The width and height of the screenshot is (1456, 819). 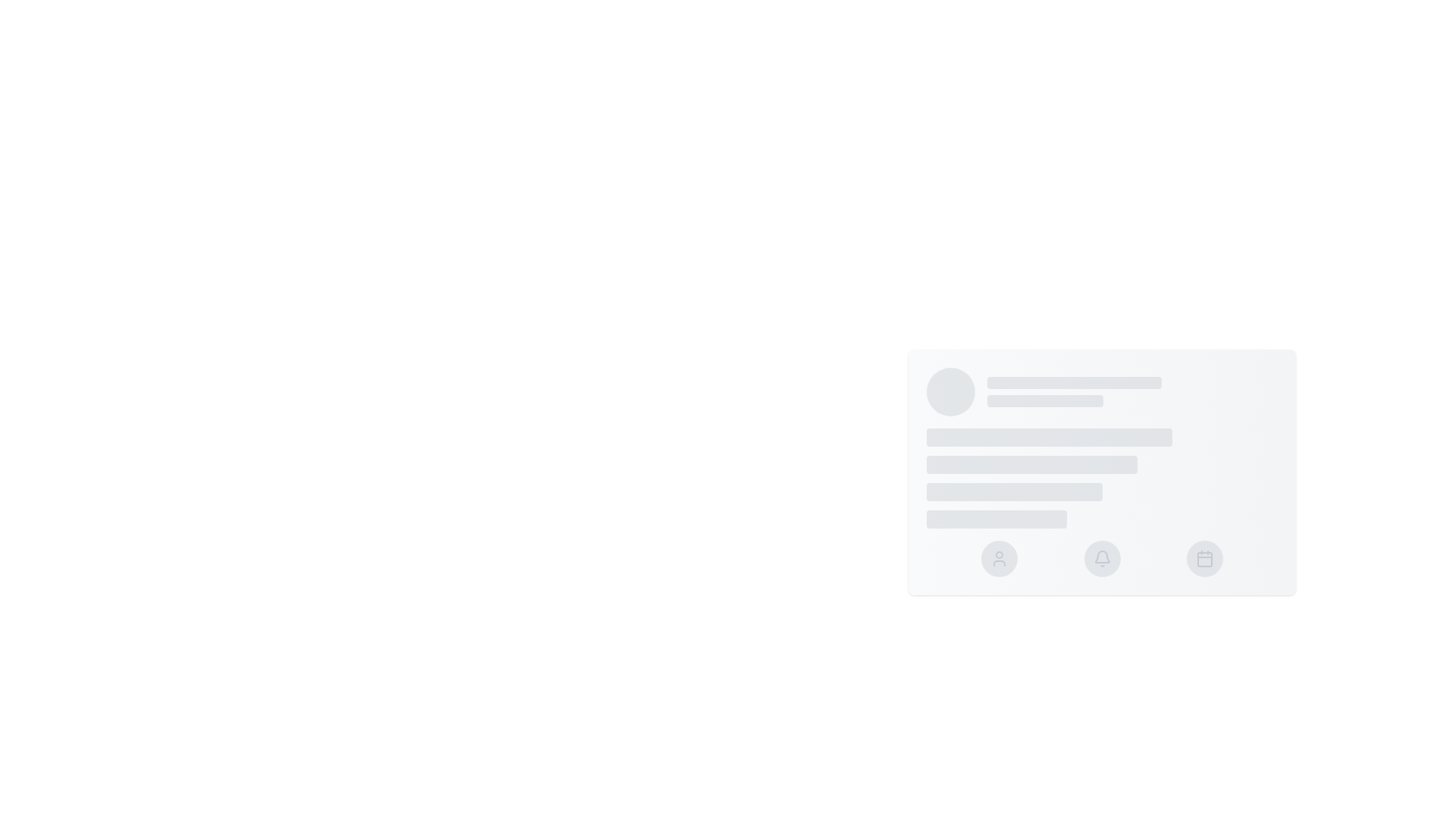 What do you see at coordinates (1102, 557) in the screenshot?
I see `the notification bell icon, which signifies alerts or updates, located at the center-bottom of the card-like interface` at bounding box center [1102, 557].